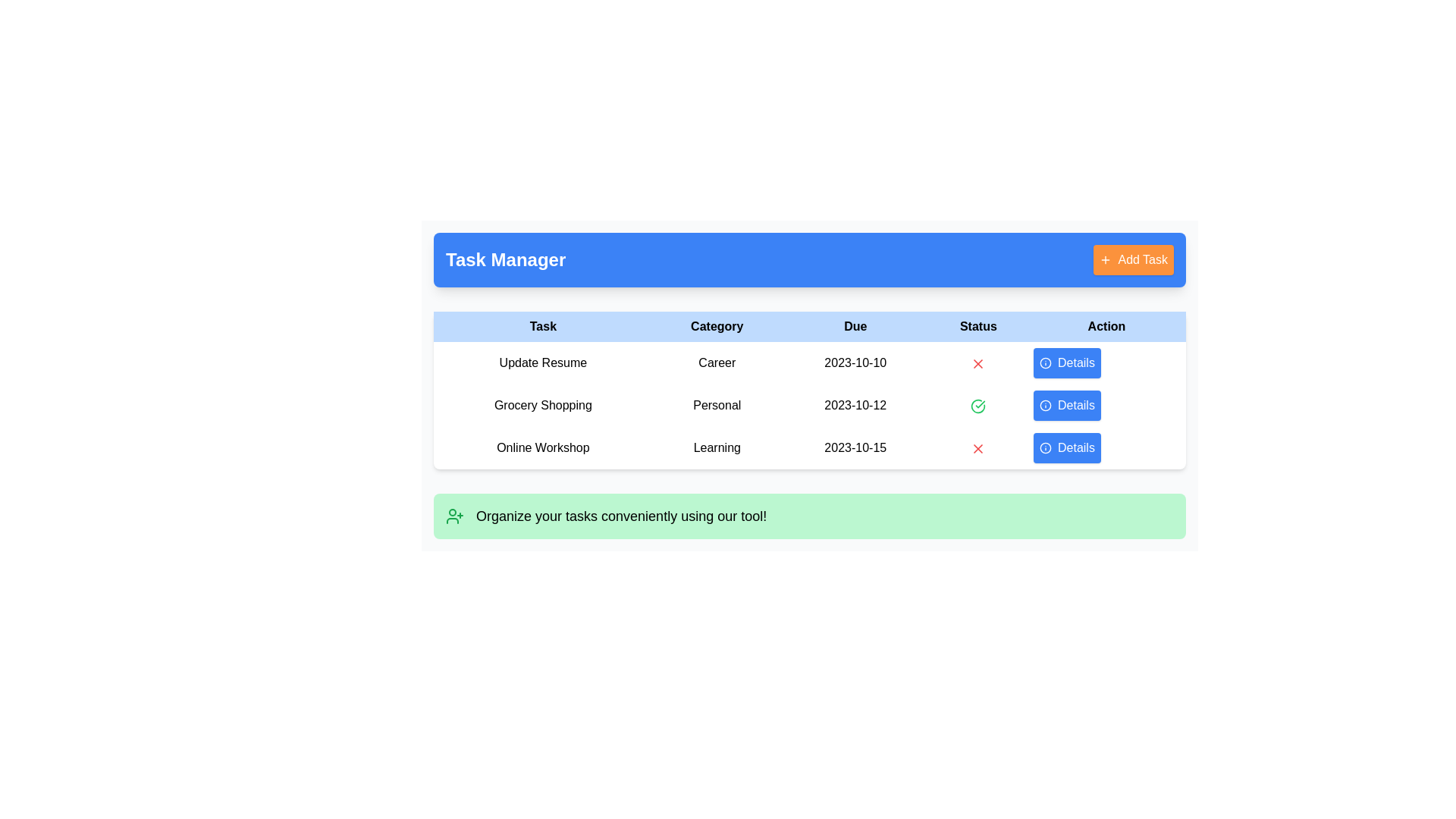 The width and height of the screenshot is (1456, 819). Describe the element at coordinates (506, 259) in the screenshot. I see `displayed text from the Header or Title located in the blue bar at the top-left section of the interface, which indicates the purpose of the task management tool` at that location.